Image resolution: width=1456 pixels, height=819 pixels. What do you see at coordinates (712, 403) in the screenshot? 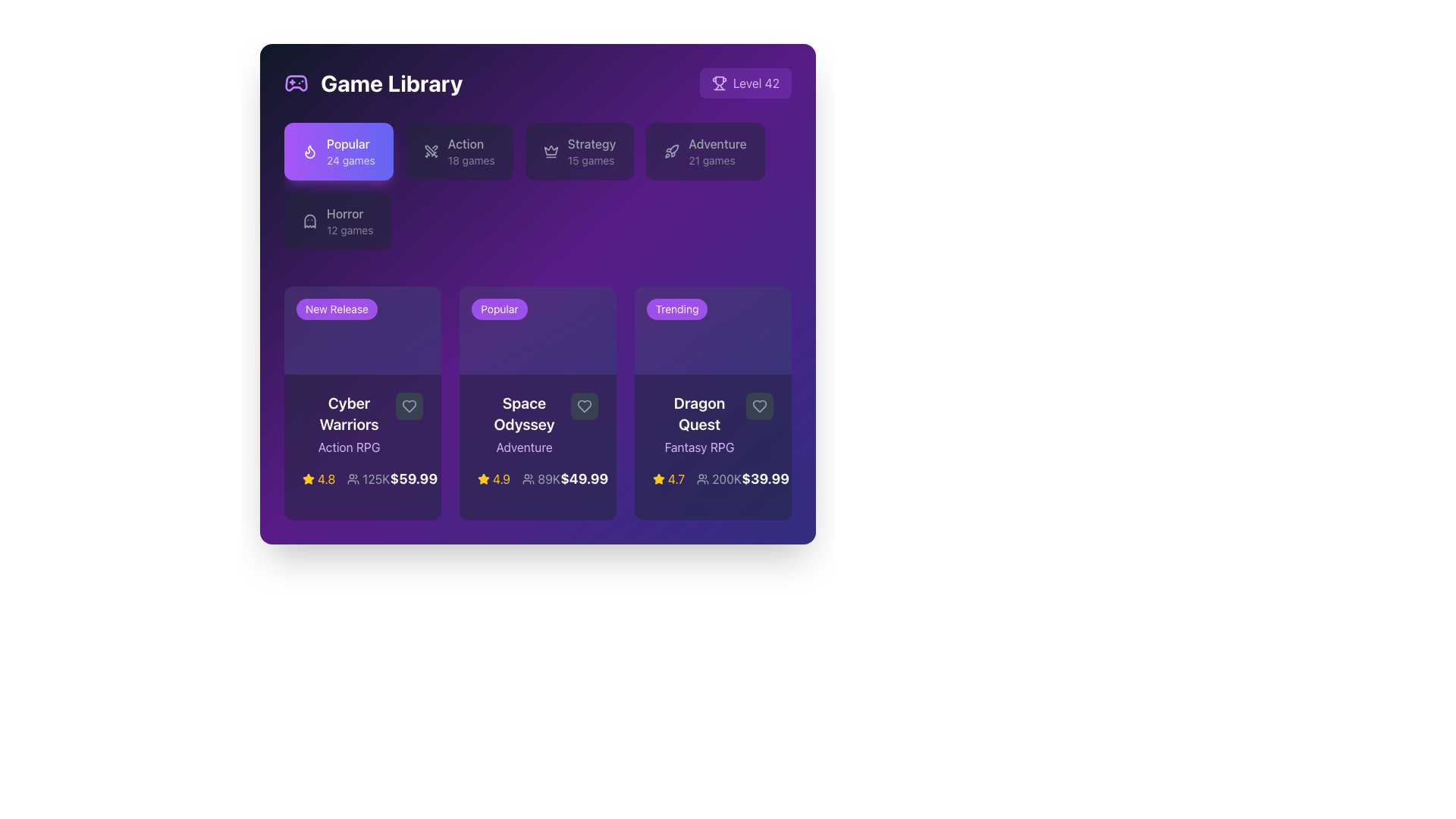
I see `the clickable card component representing a game listing, which is the rightmost card in the grid layout` at bounding box center [712, 403].